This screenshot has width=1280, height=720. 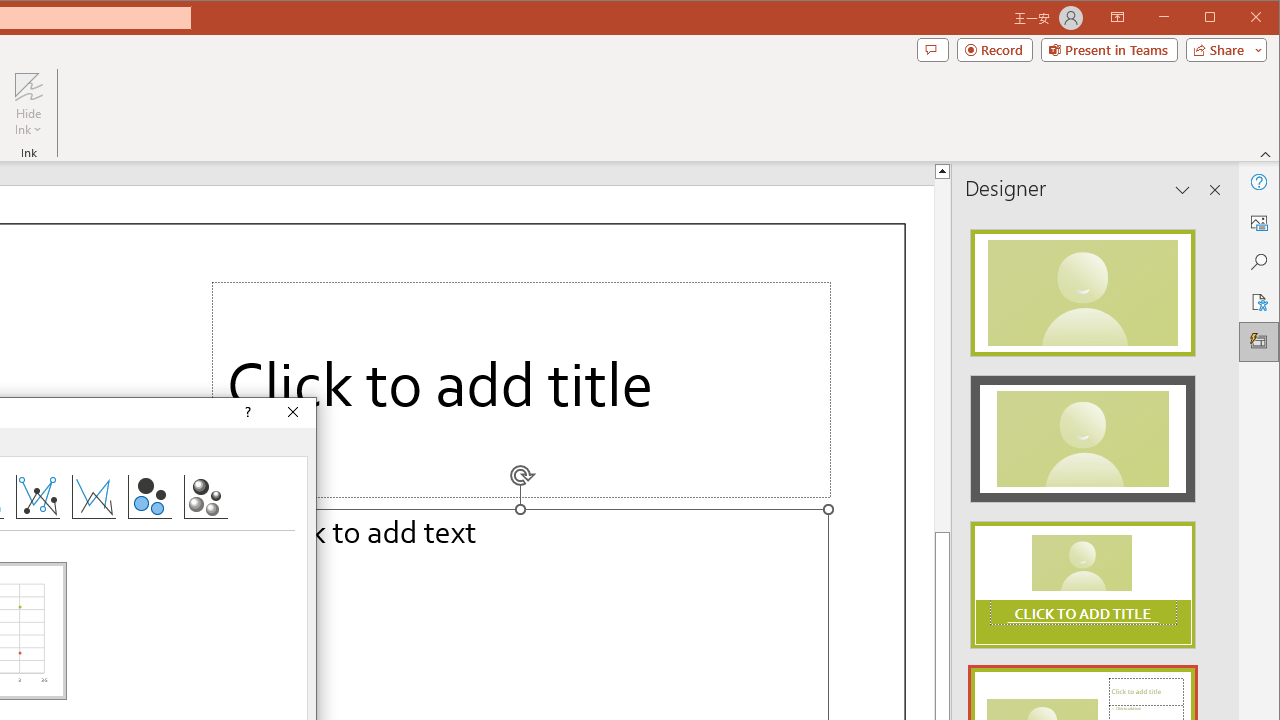 What do you see at coordinates (1257, 222) in the screenshot?
I see `'Alt Text'` at bounding box center [1257, 222].